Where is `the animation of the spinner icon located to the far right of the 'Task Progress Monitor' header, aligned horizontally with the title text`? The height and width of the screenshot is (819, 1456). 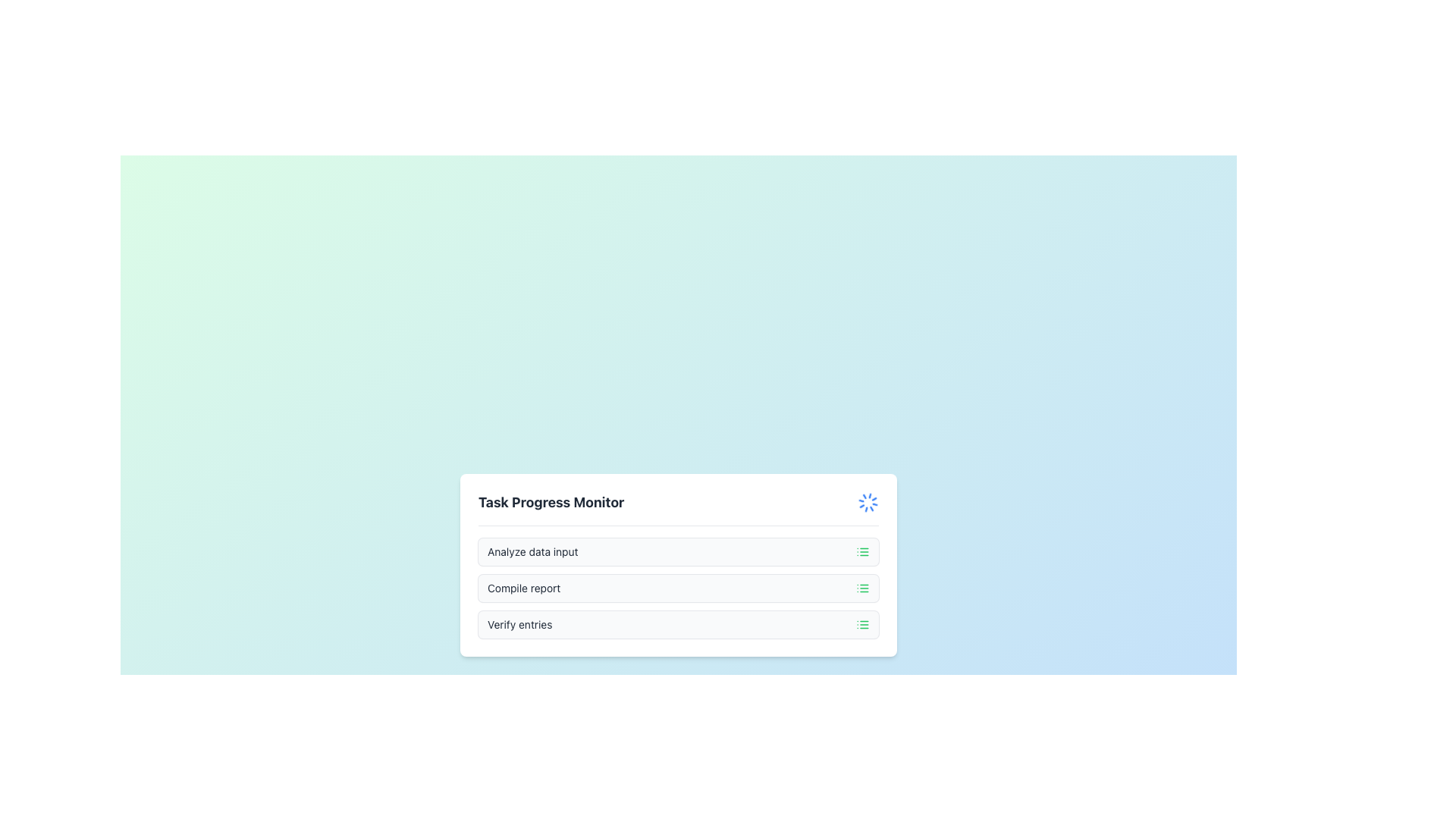
the animation of the spinner icon located to the far right of the 'Task Progress Monitor' header, aligned horizontally with the title text is located at coordinates (868, 502).